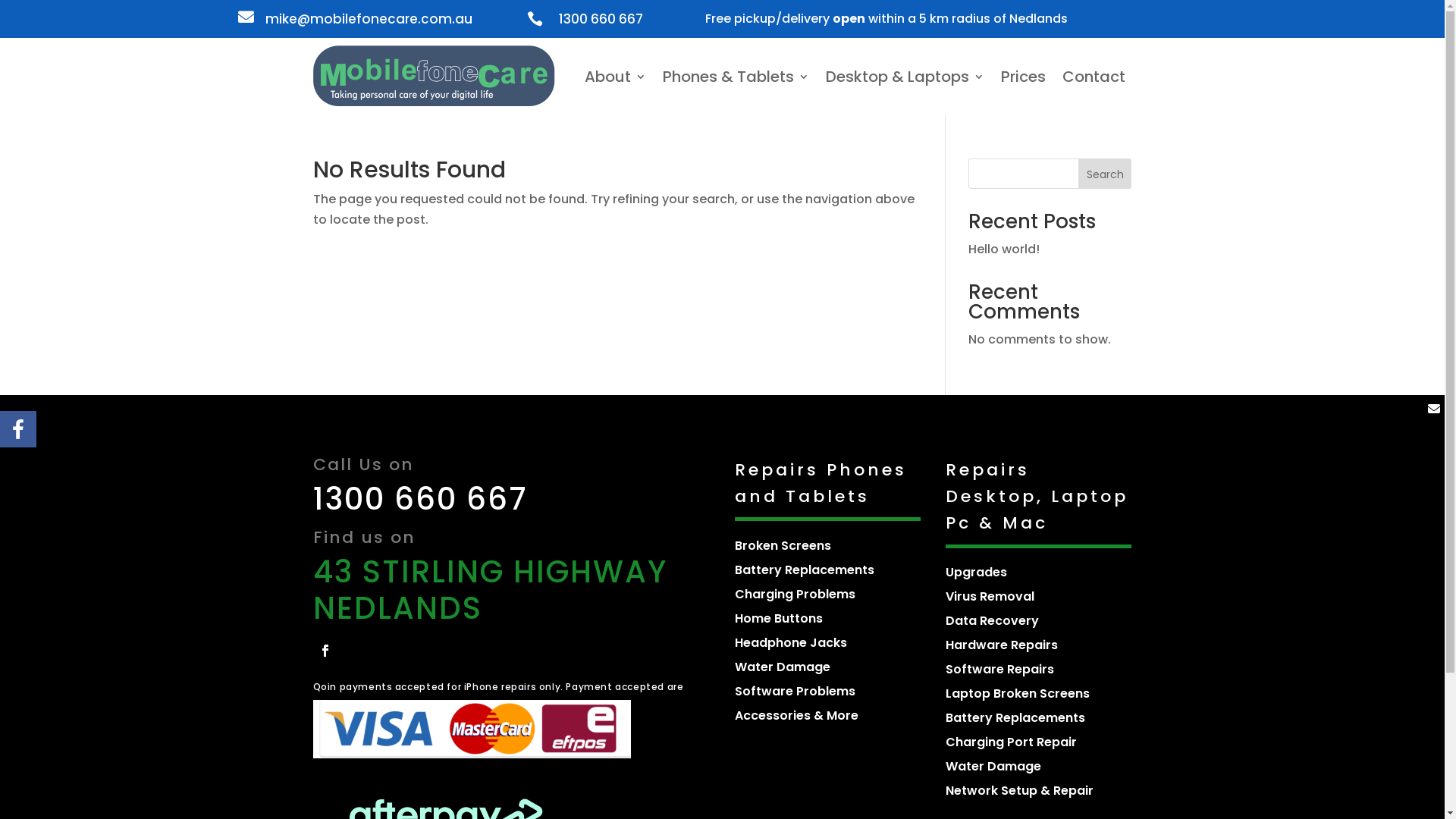  I want to click on 'Hardware Repairs', so click(1001, 645).